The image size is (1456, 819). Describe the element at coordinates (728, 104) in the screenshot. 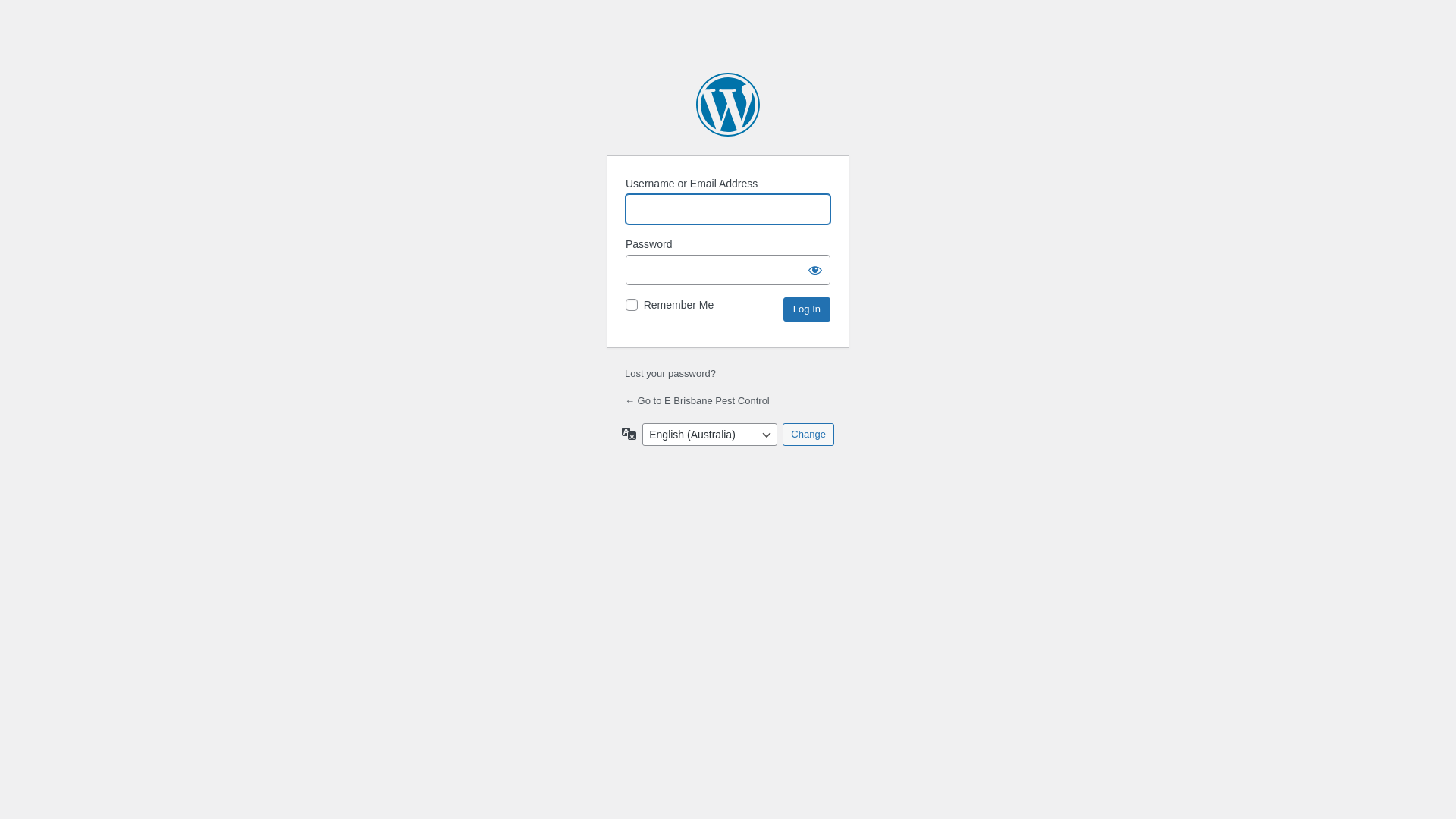

I see `'Powered by WordPress'` at that location.